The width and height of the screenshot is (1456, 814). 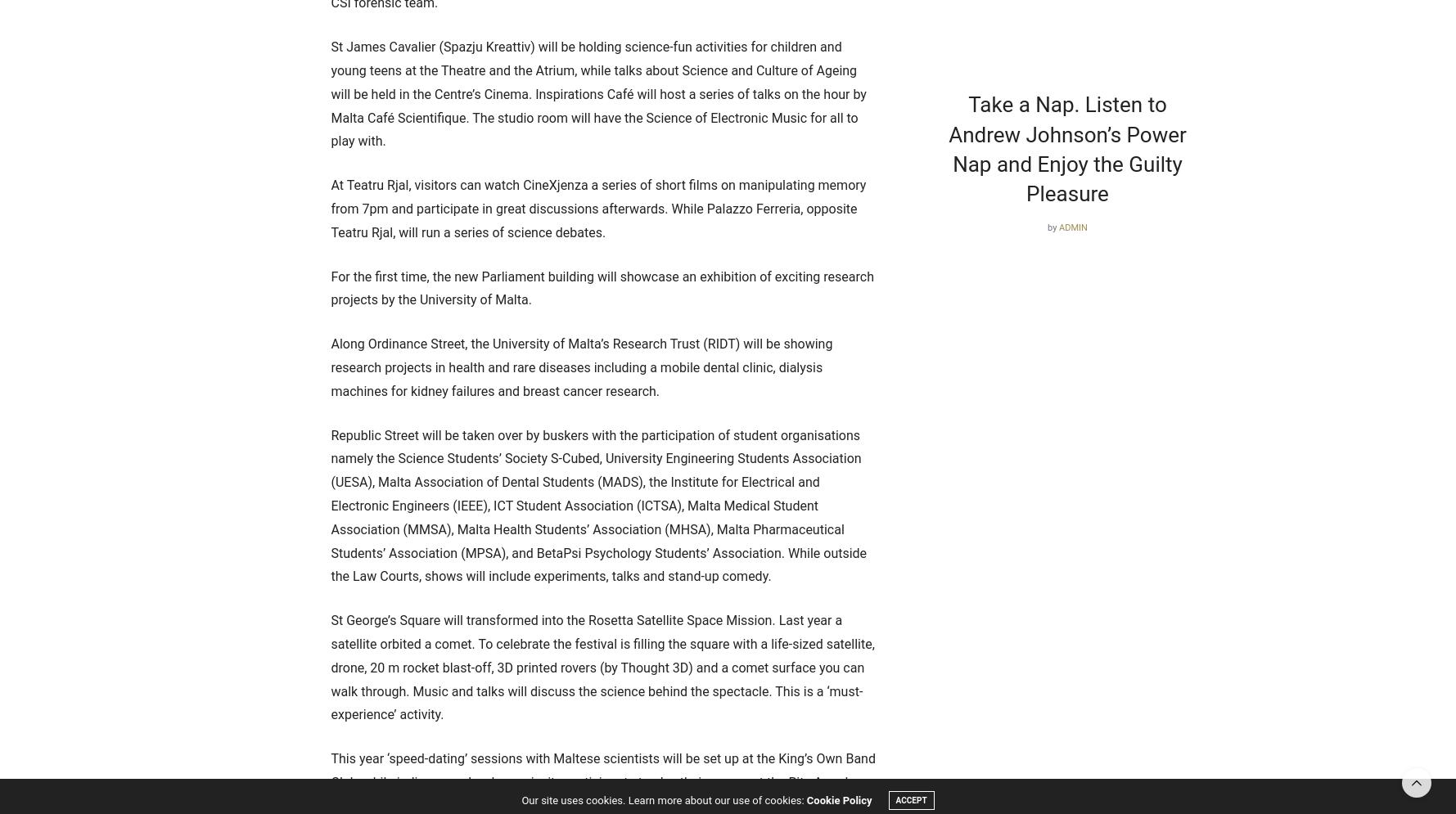 I want to click on 'For the first time, the new Parliament building will showcase an exhibition of exciting research projects by the University of Malta.', so click(x=602, y=287).